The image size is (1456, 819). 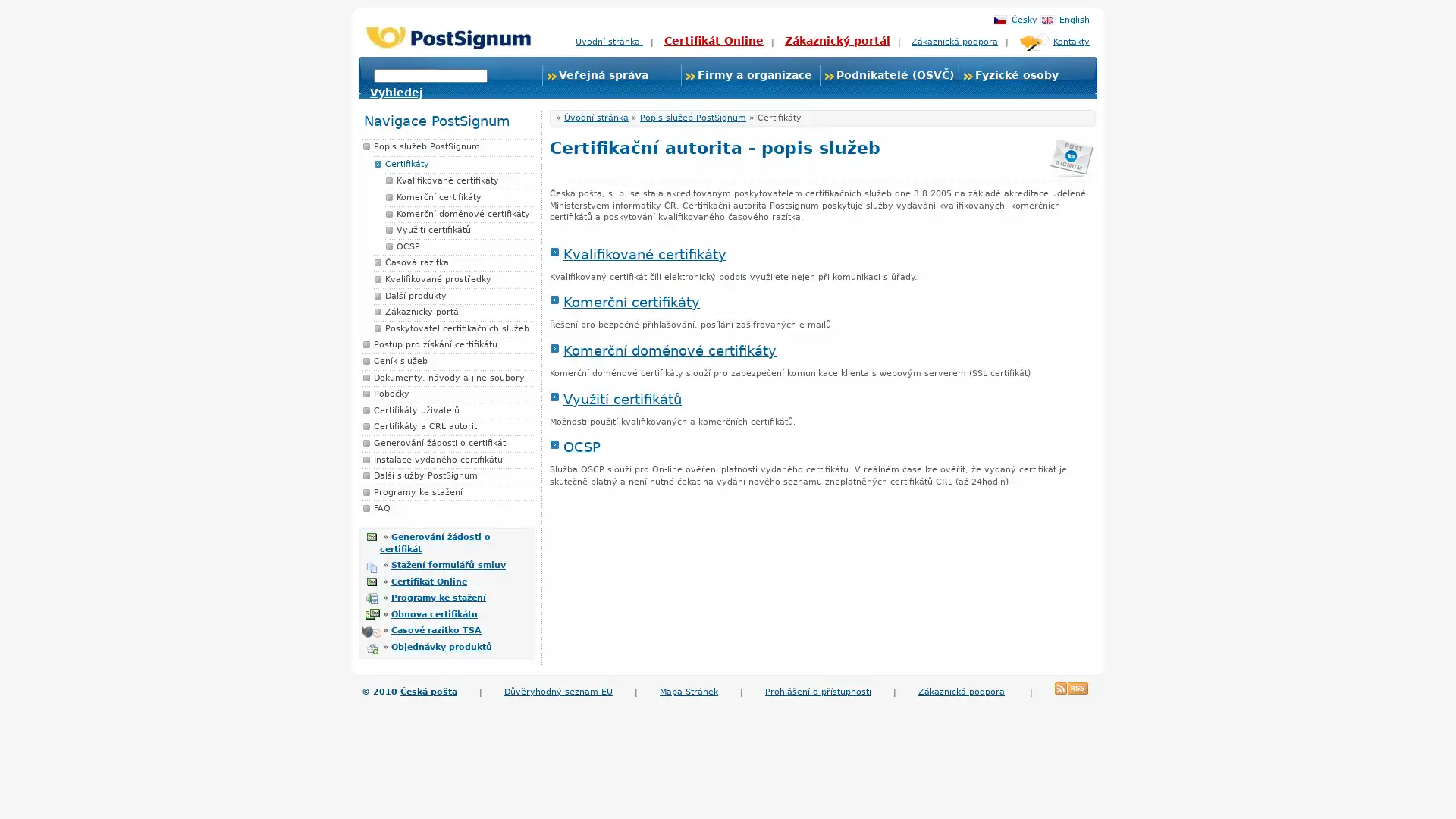 I want to click on Vyhledej, so click(x=397, y=93).